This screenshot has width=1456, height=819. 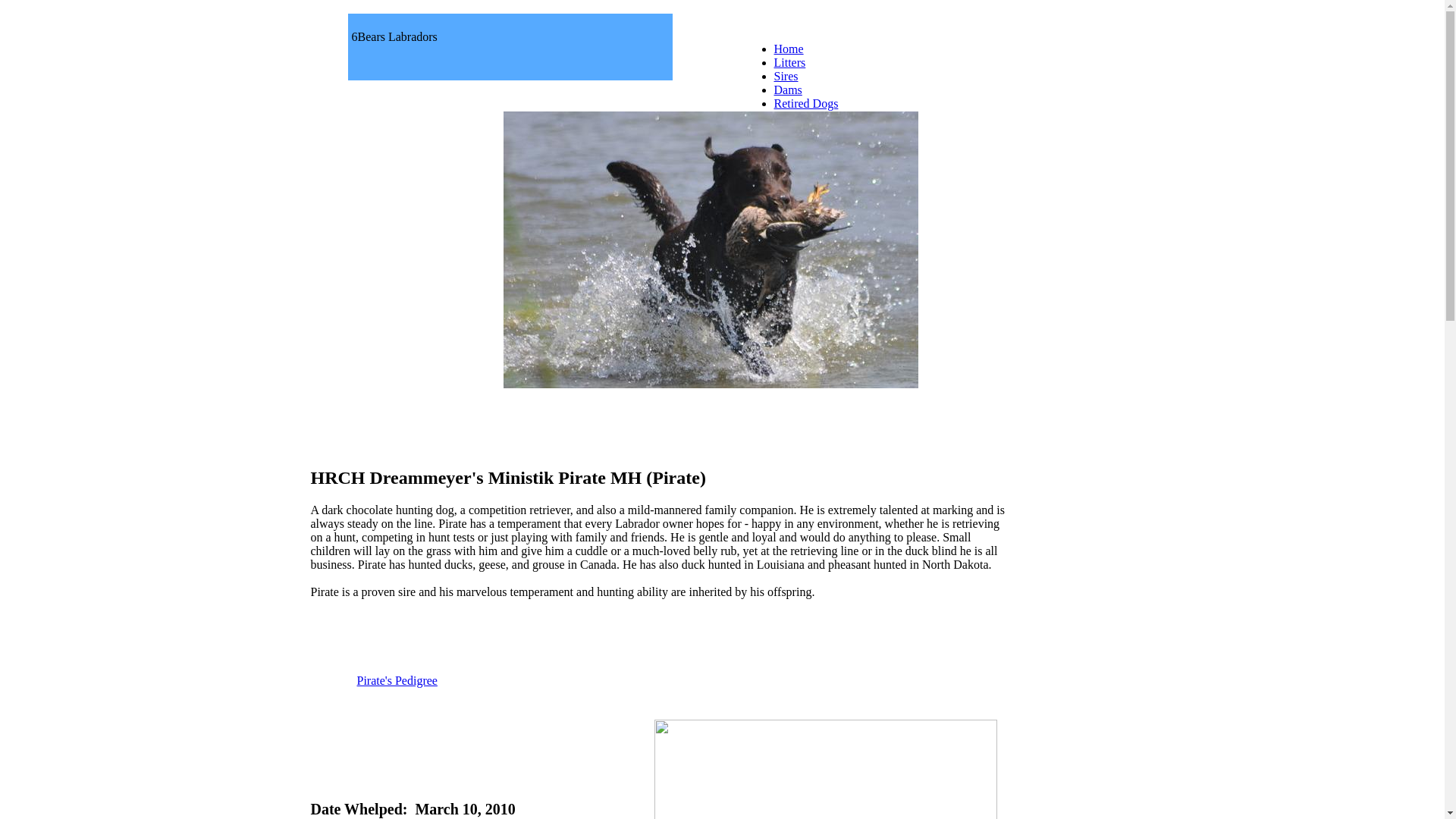 What do you see at coordinates (773, 102) in the screenshot?
I see `'Retired Dogs'` at bounding box center [773, 102].